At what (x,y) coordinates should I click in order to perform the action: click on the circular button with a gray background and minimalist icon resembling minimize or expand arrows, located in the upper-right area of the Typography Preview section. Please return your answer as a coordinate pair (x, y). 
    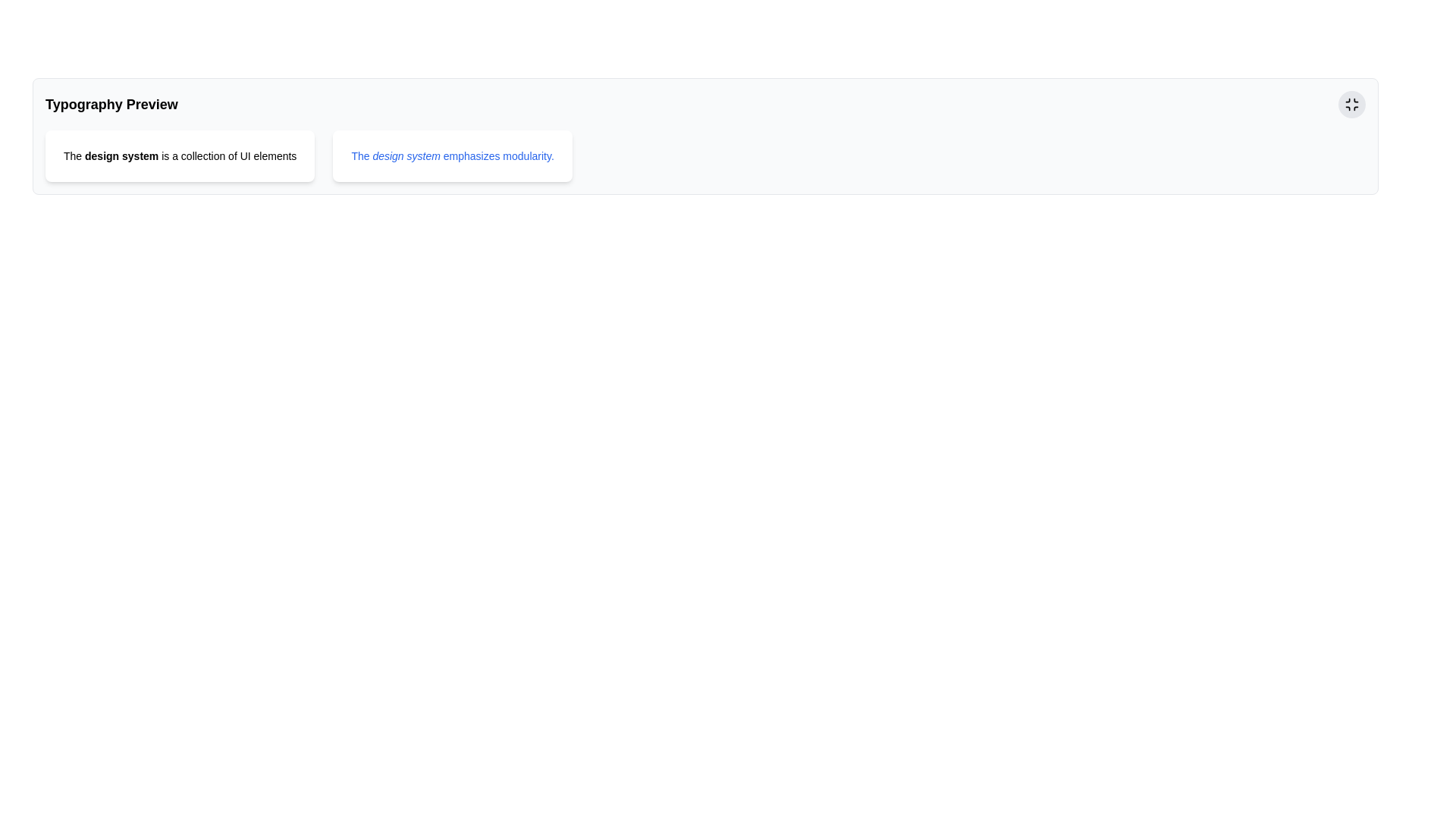
    Looking at the image, I should click on (1351, 104).